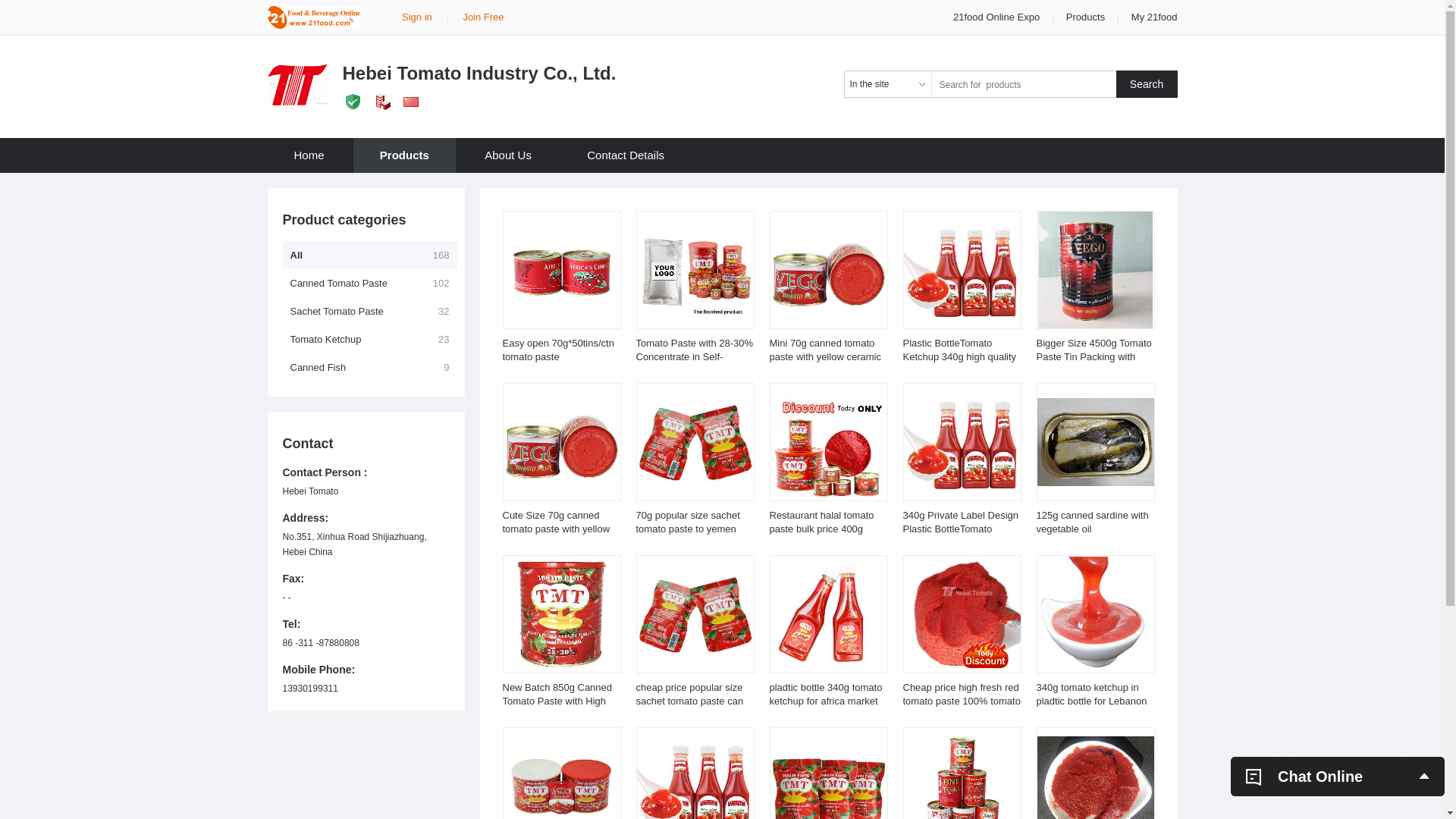  What do you see at coordinates (508, 155) in the screenshot?
I see `'About Us'` at bounding box center [508, 155].